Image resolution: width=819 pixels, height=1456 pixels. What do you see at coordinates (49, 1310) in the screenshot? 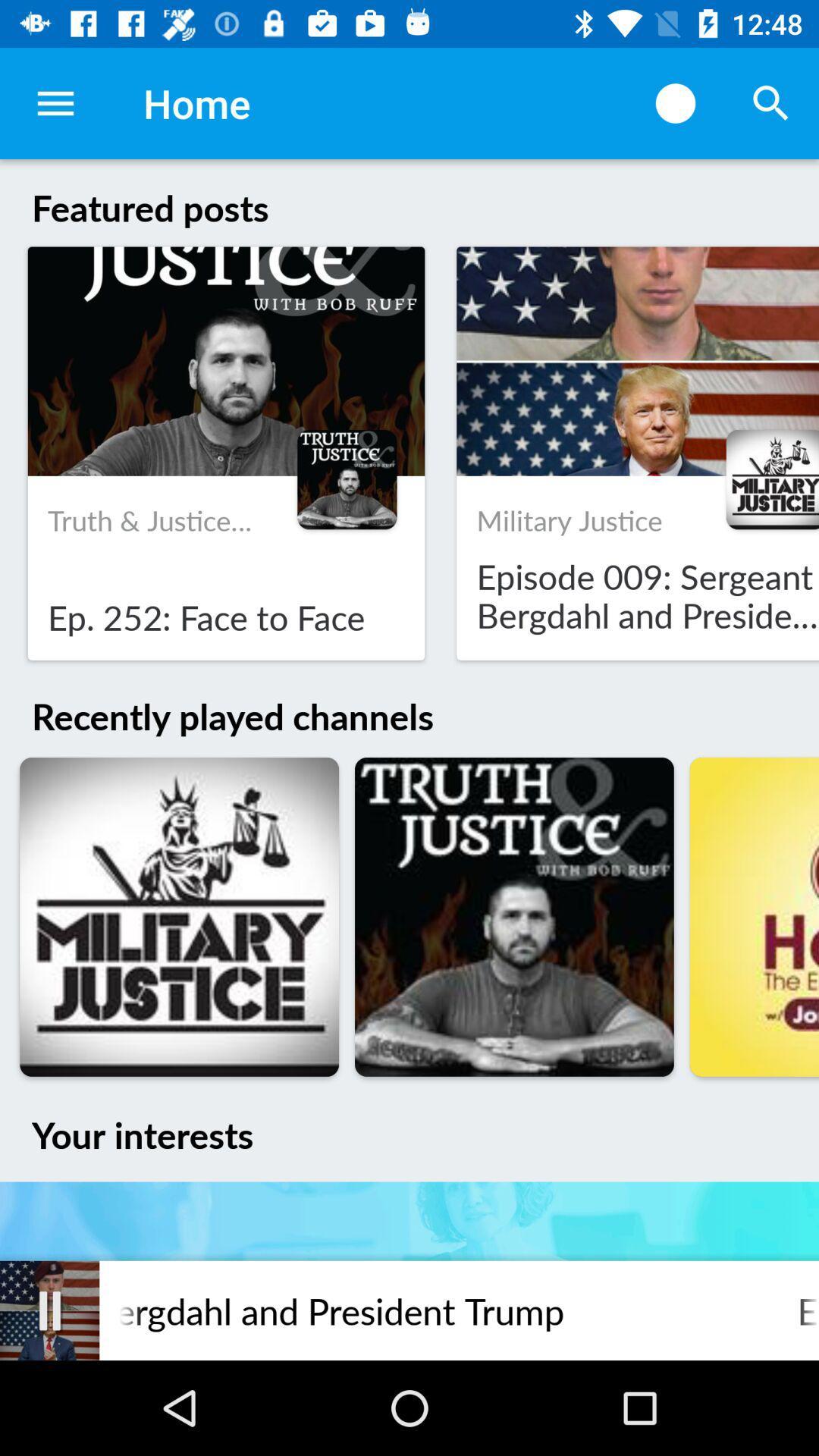
I see `icon to the left of the episode 009 sergeant icon` at bounding box center [49, 1310].